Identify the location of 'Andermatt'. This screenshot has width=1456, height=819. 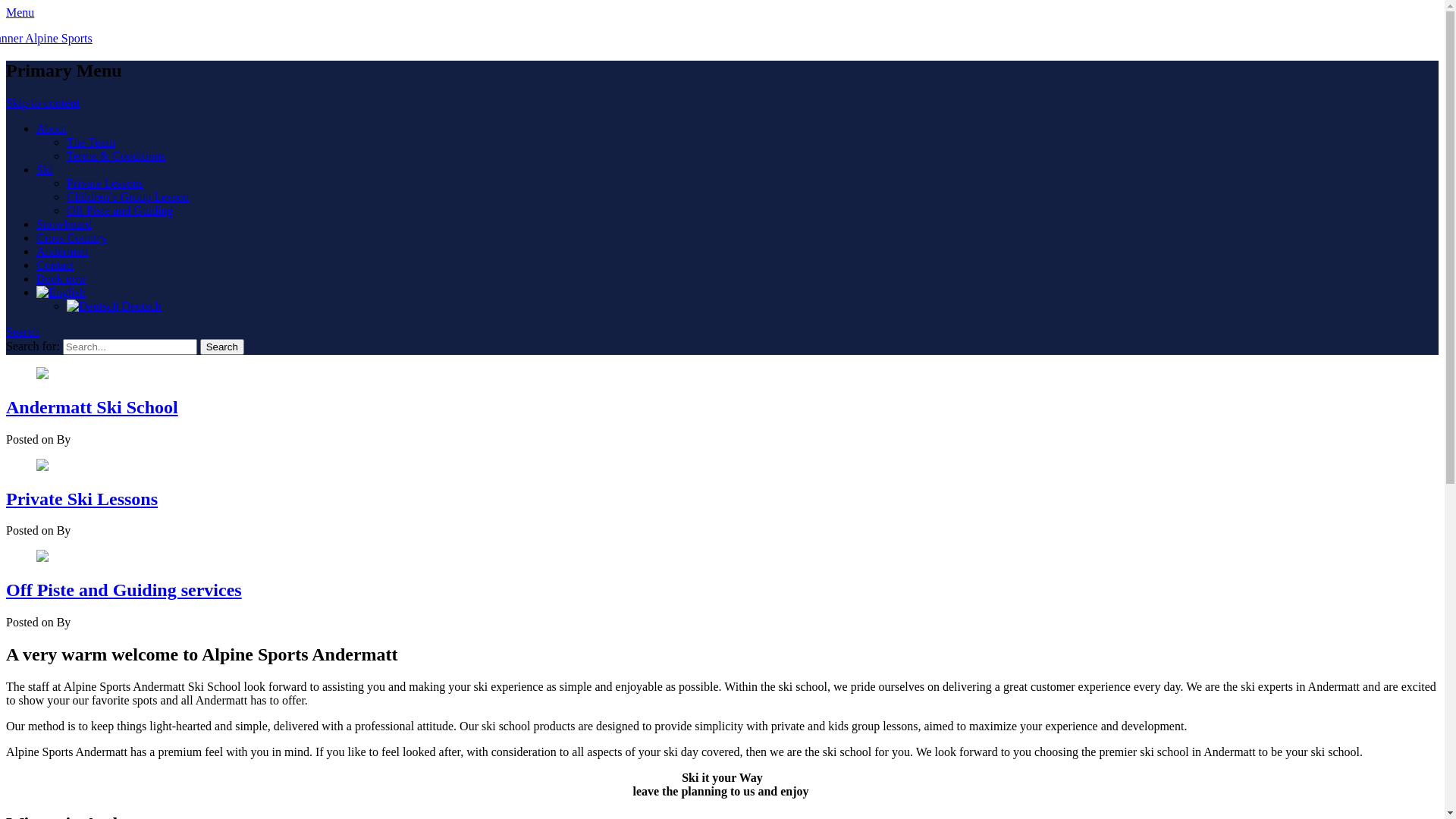
(61, 250).